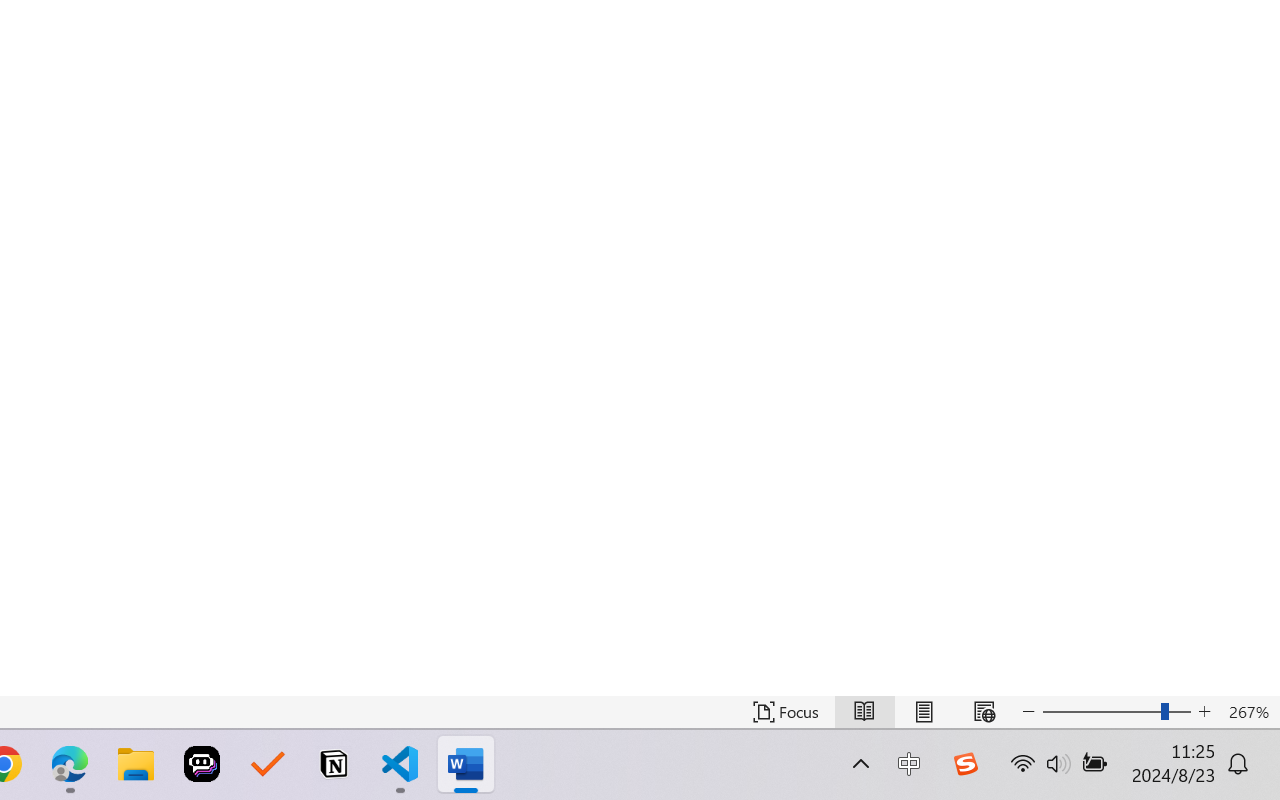  Describe the element at coordinates (1115, 711) in the screenshot. I see `'Text Size'` at that location.